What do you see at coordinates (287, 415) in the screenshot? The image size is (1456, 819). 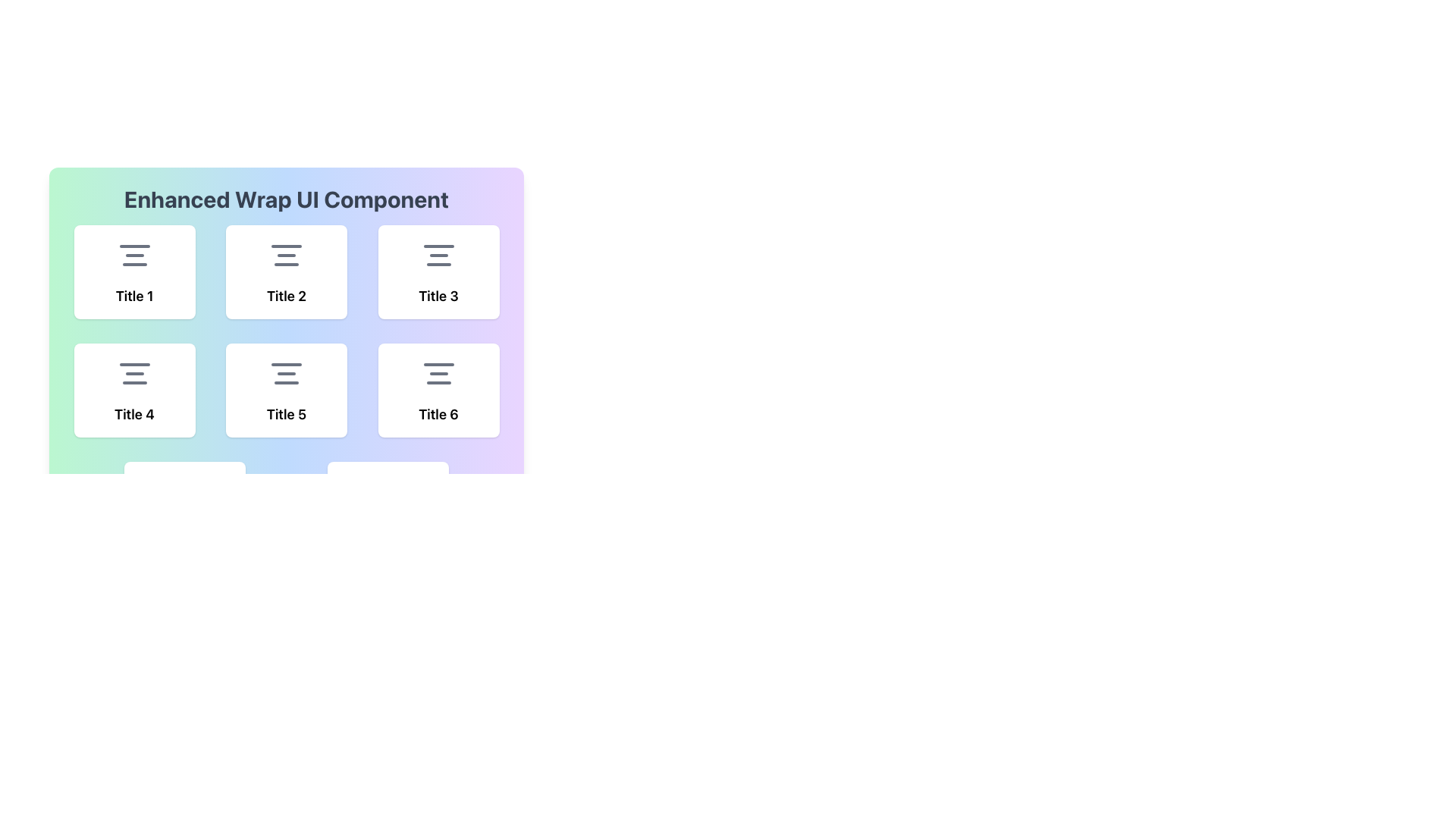 I see `the descriptive label located in the lower row and middle column of the 2x3 grid layout` at bounding box center [287, 415].